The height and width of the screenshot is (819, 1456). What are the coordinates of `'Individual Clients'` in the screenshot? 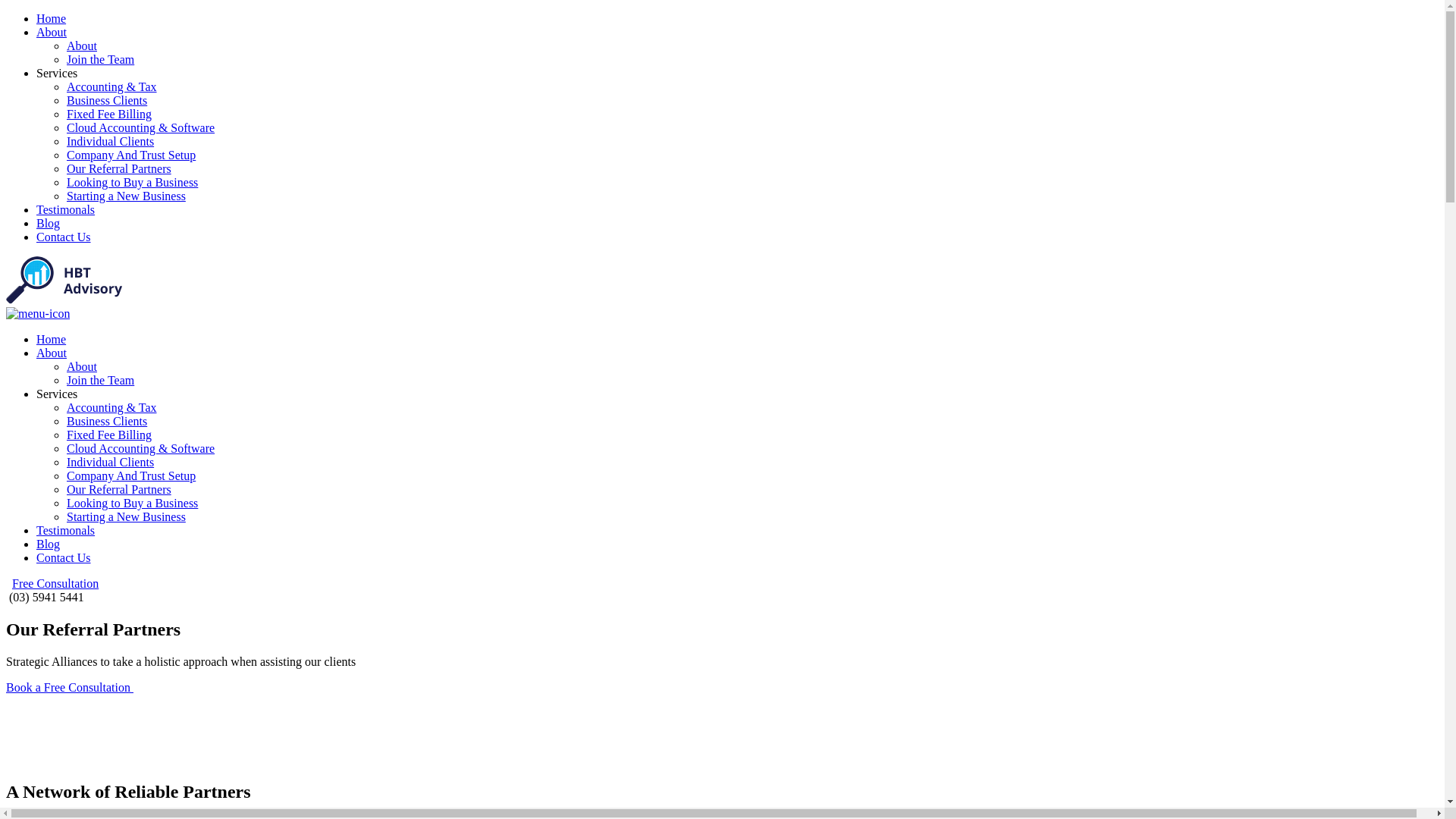 It's located at (109, 461).